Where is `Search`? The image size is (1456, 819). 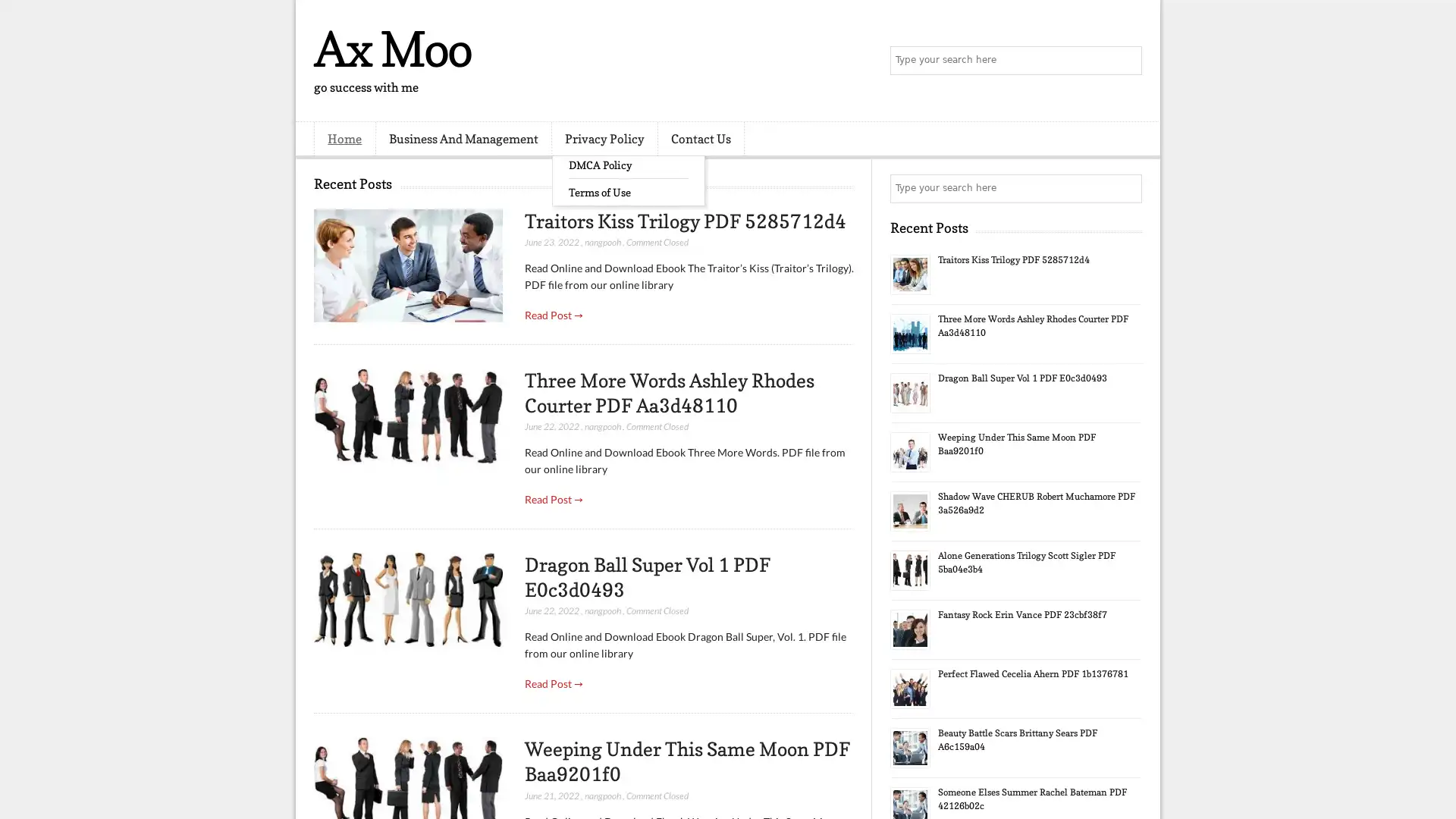 Search is located at coordinates (1126, 61).